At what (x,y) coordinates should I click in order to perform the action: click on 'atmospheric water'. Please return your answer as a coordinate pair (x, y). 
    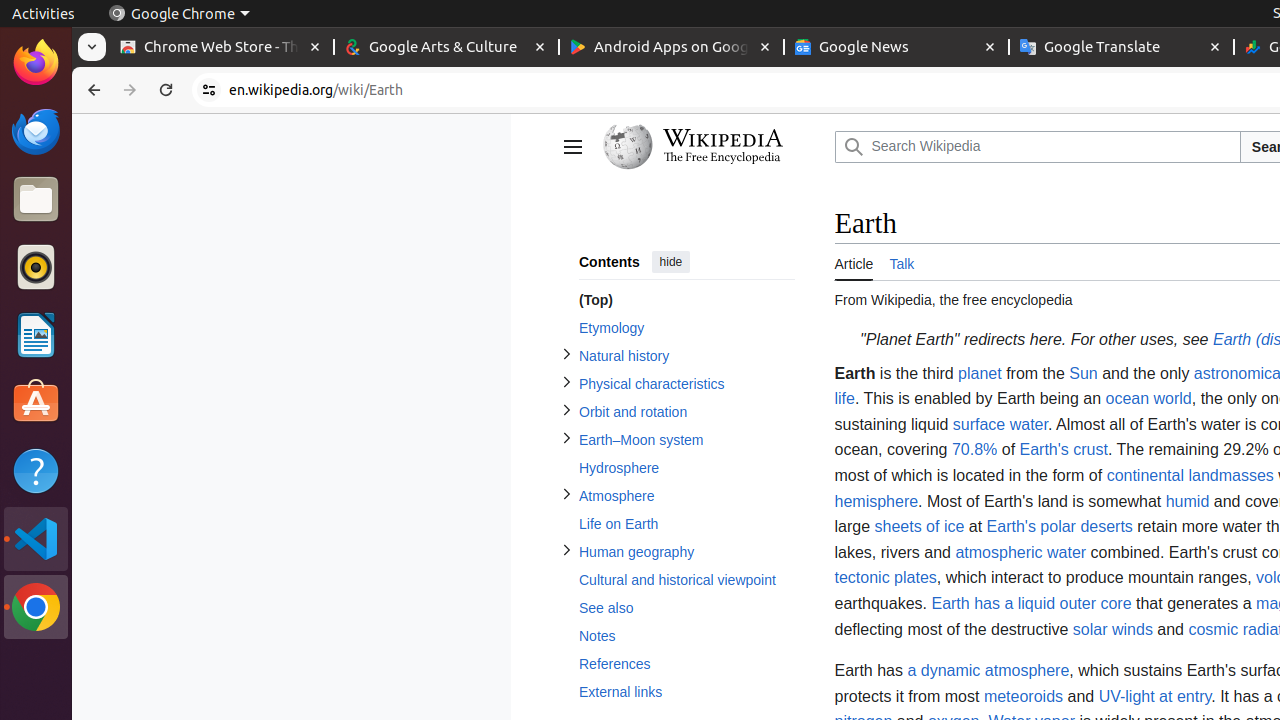
    Looking at the image, I should click on (1021, 552).